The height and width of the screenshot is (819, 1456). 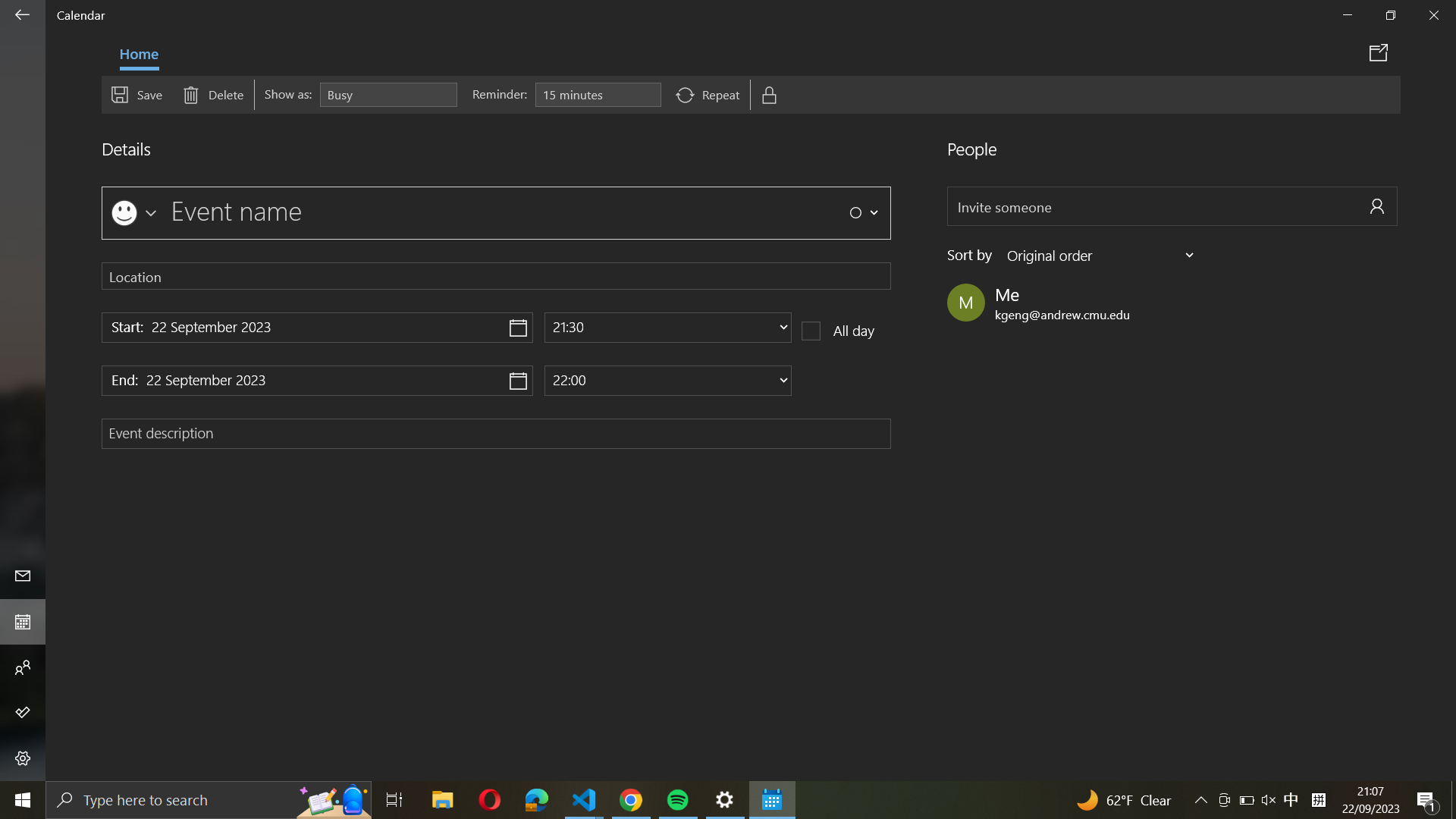 What do you see at coordinates (132, 210) in the screenshot?
I see `Create an event called "listen to music "with music emoji` at bounding box center [132, 210].